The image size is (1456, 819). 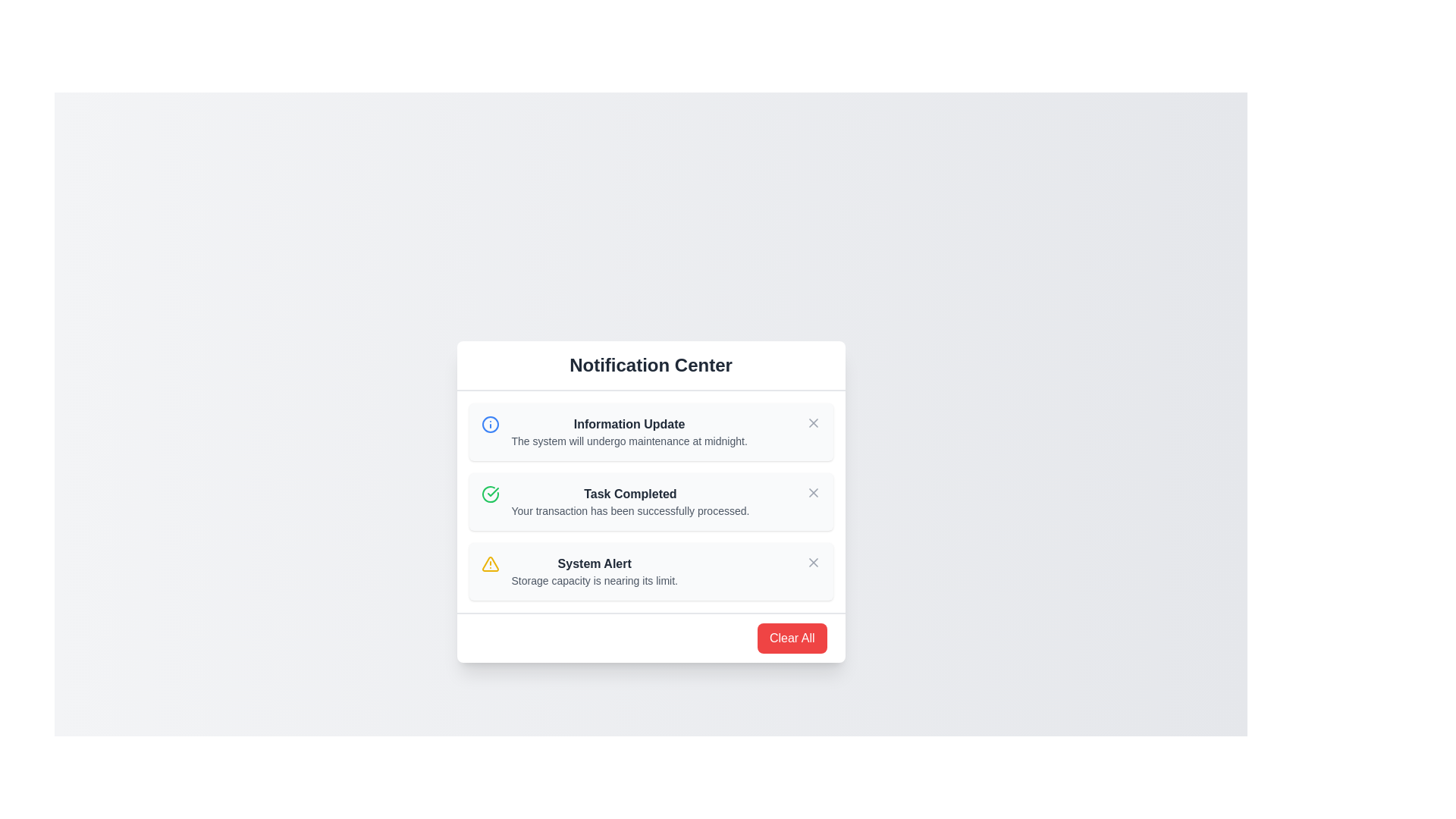 What do you see at coordinates (490, 564) in the screenshot?
I see `the warning icon located to the left of the 'System Alert' text in the Notification Center, which signifies an alert state` at bounding box center [490, 564].